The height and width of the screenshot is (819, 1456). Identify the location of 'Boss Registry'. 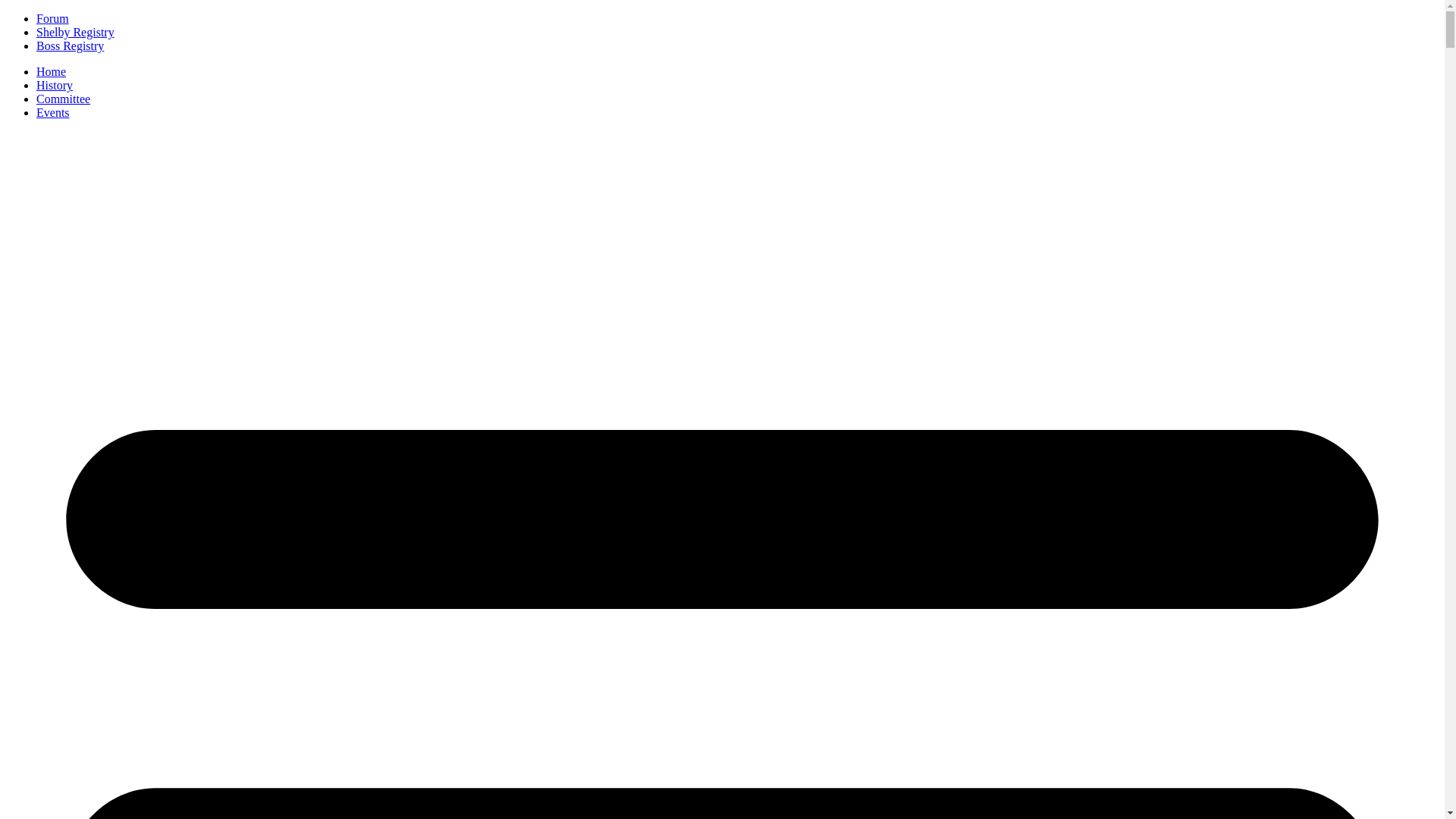
(36, 45).